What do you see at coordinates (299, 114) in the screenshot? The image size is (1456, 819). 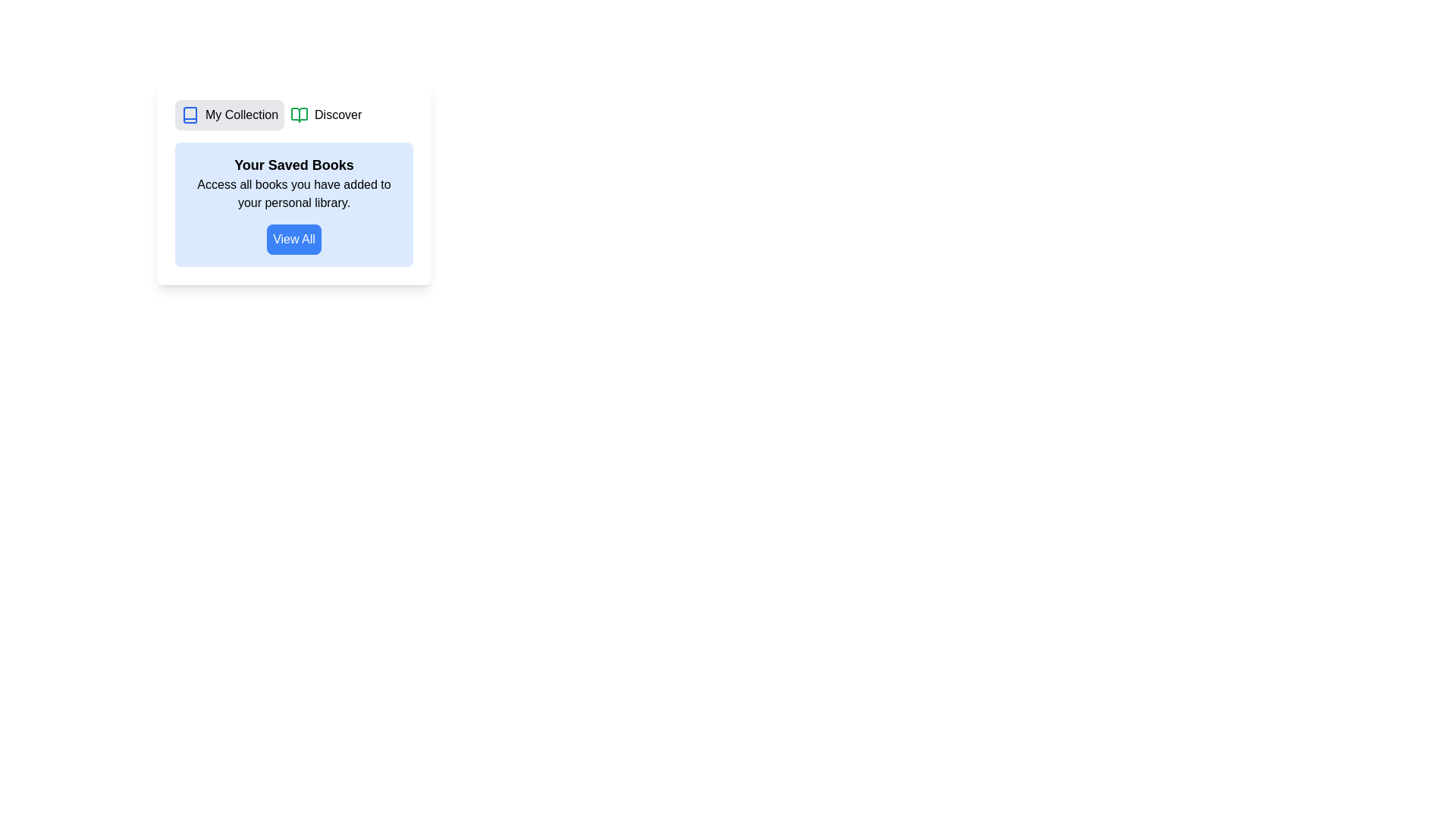 I see `the tab icon for Discover` at bounding box center [299, 114].